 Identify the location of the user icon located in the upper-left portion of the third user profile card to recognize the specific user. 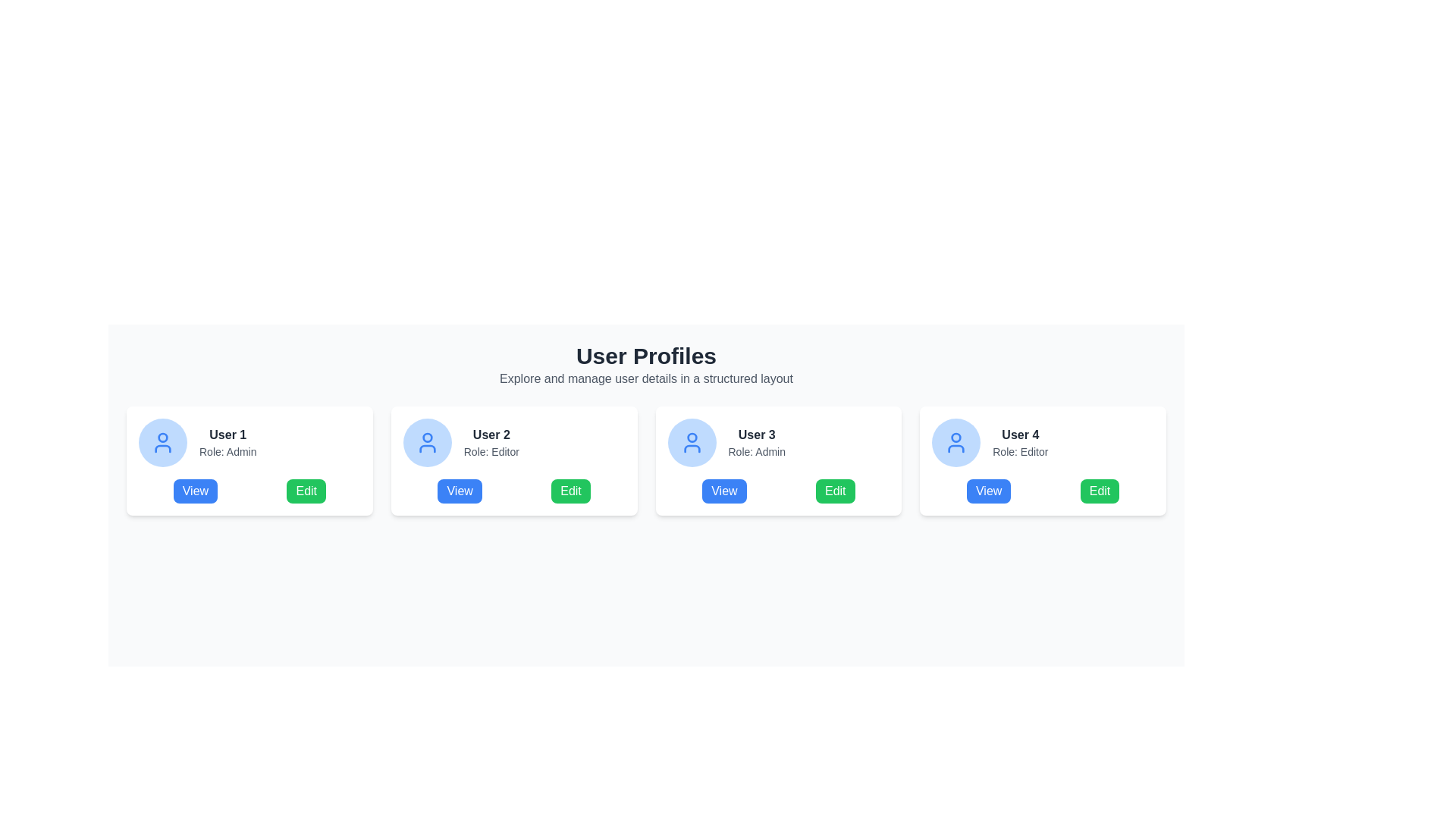
(691, 442).